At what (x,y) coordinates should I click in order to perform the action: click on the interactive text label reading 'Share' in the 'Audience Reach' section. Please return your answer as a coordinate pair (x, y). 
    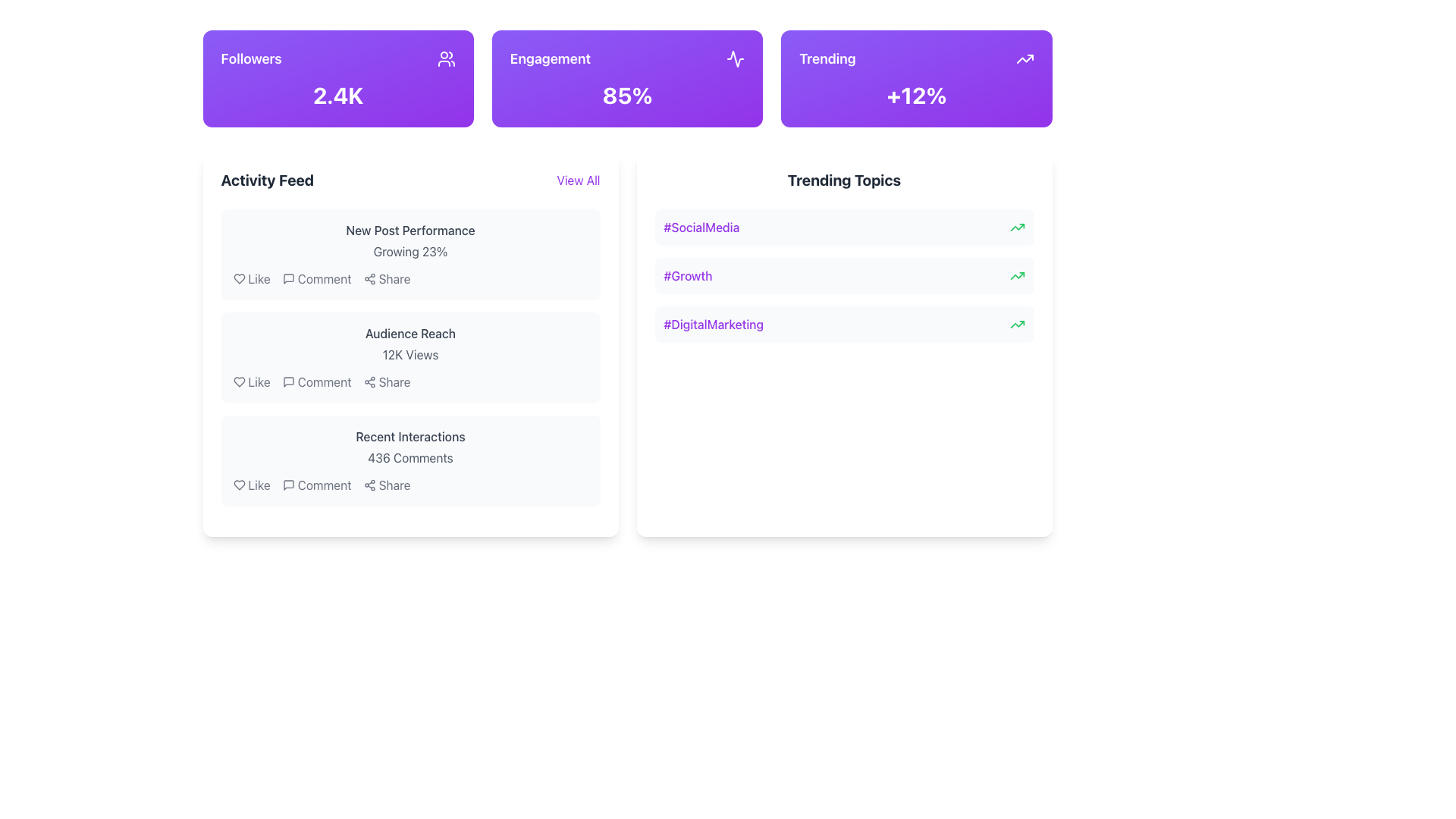
    Looking at the image, I should click on (394, 381).